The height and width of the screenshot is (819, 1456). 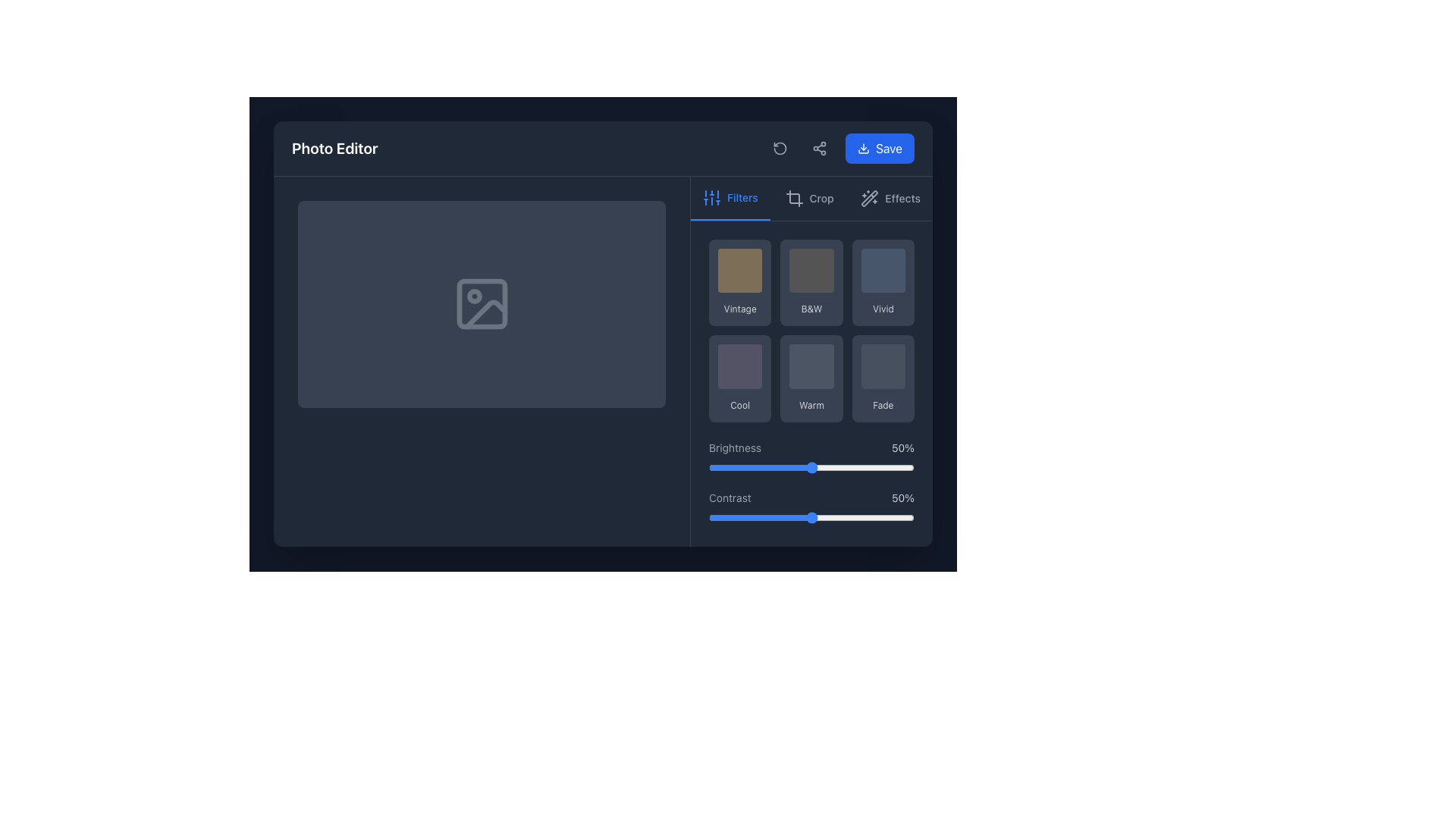 What do you see at coordinates (742, 197) in the screenshot?
I see `the 'Filters' label, which is styled with a medium-size font and located in the navigation area next to the vertical sliders icon` at bounding box center [742, 197].